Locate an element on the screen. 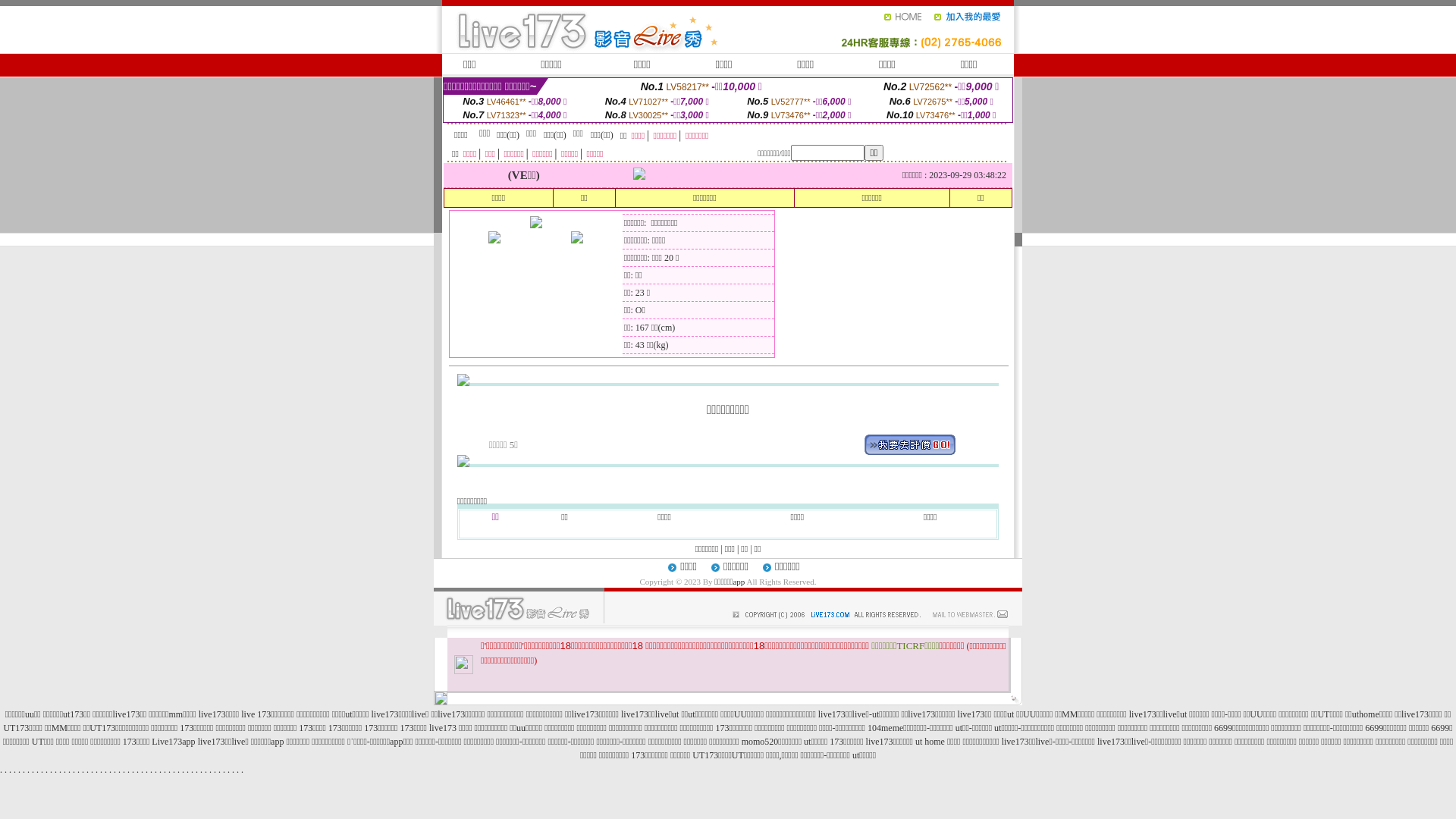 This screenshot has height=819, width=1456. '.' is located at coordinates (55, 769).